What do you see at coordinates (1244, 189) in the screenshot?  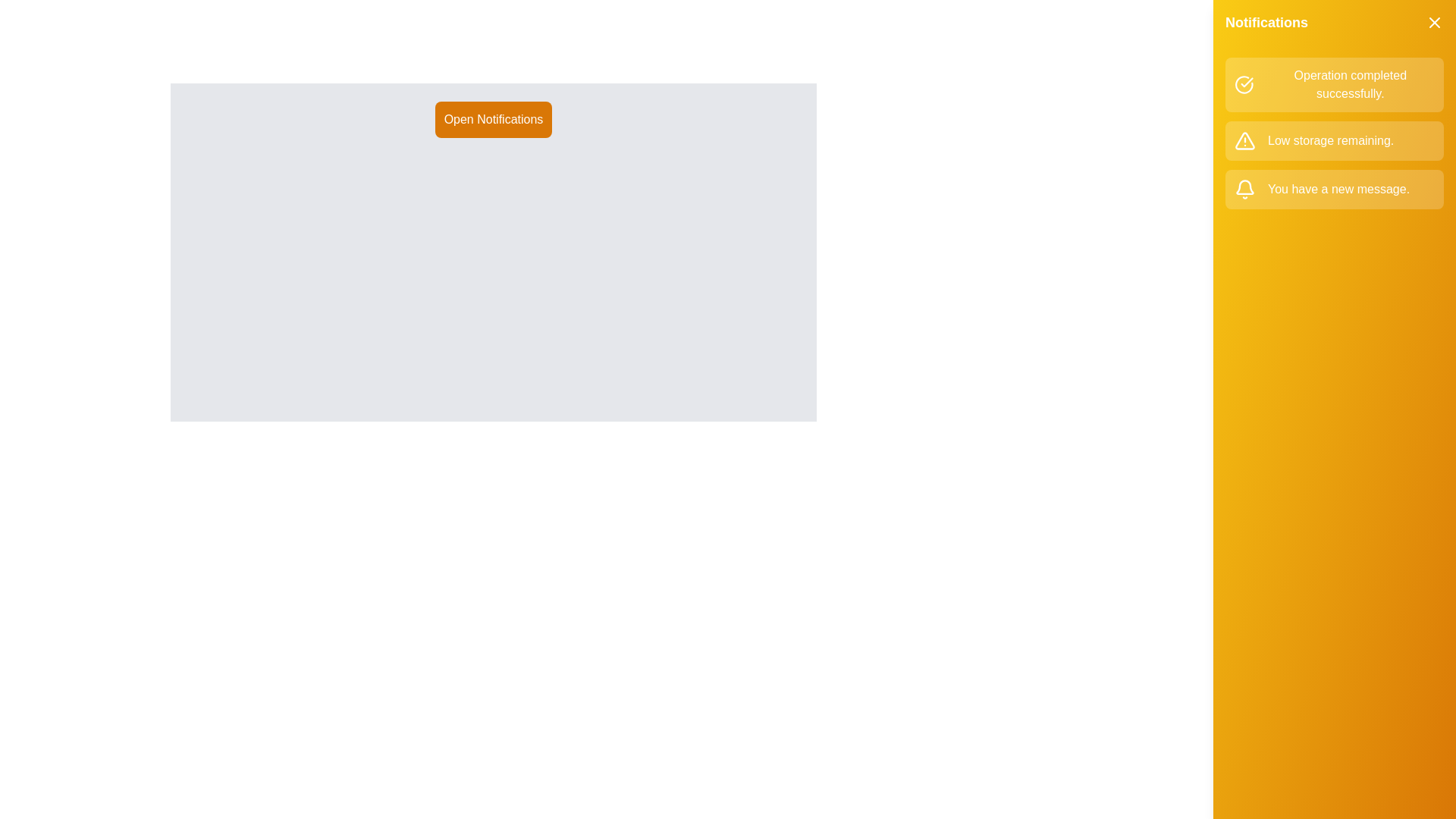 I see `the notification icon corresponding to info` at bounding box center [1244, 189].